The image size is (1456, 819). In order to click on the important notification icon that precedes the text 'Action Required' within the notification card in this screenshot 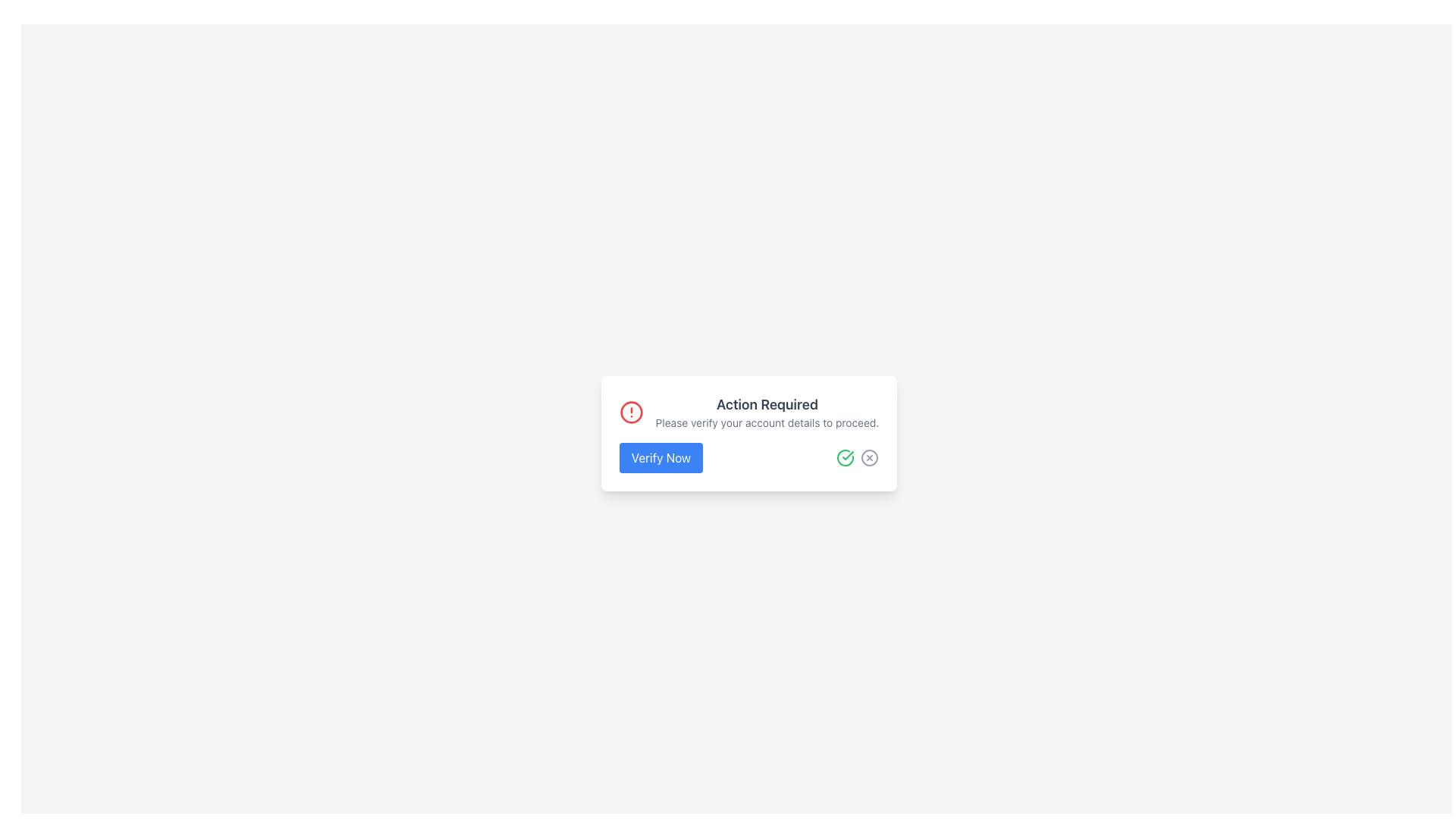, I will do `click(631, 412)`.